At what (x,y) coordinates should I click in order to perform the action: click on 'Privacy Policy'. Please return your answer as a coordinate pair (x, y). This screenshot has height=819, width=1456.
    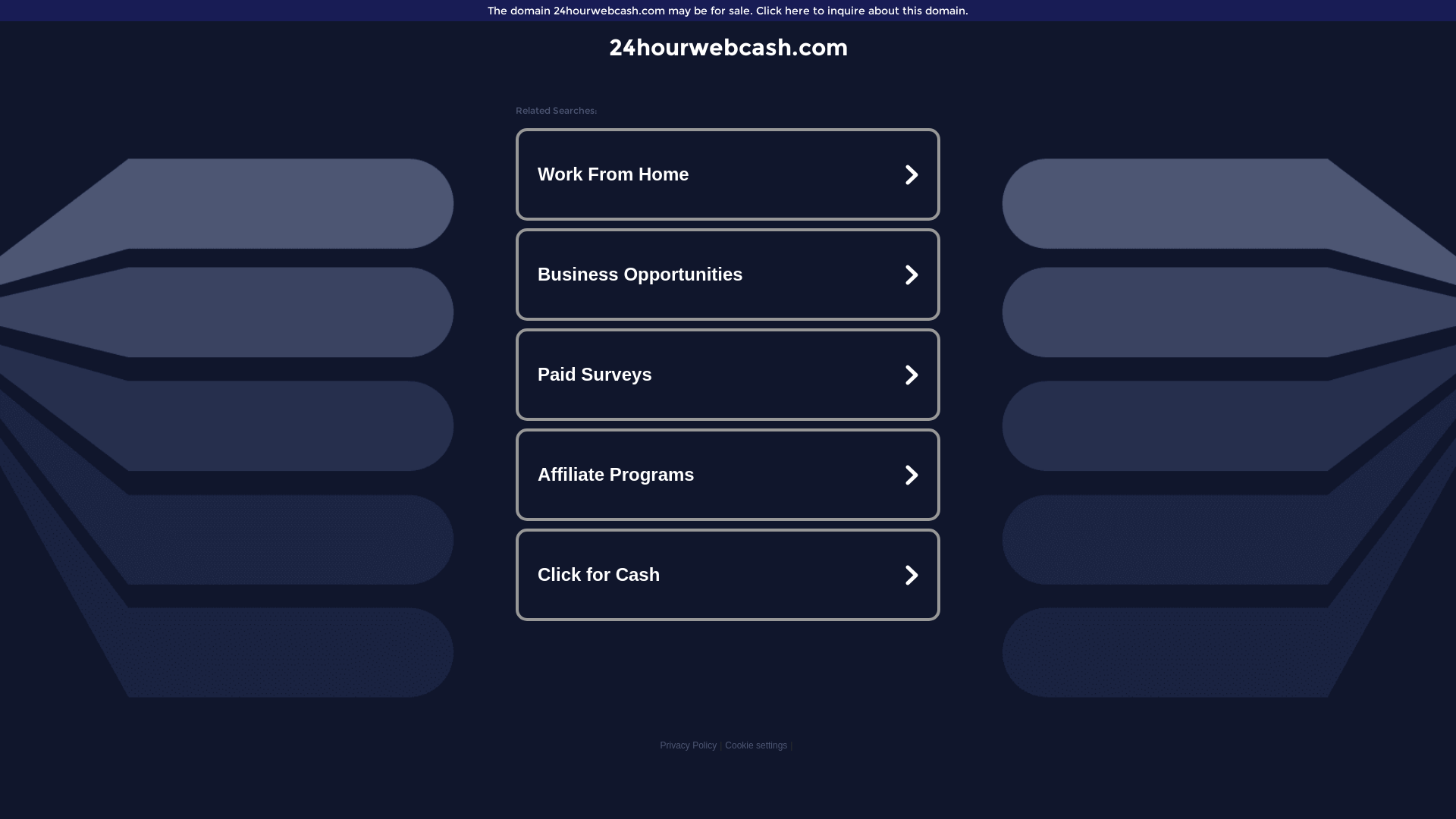
    Looking at the image, I should click on (687, 745).